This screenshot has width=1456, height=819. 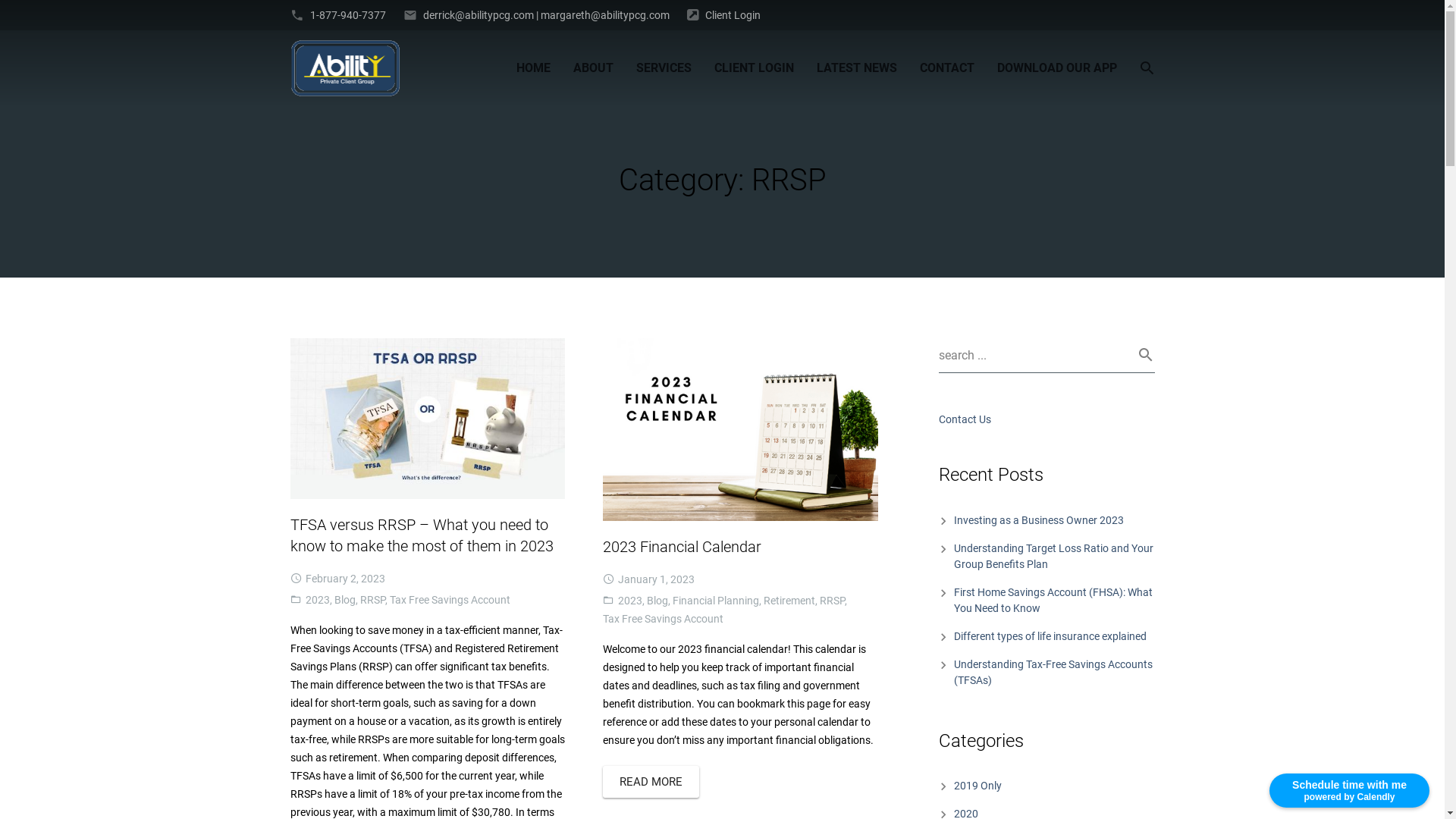 What do you see at coordinates (651, 781) in the screenshot?
I see `'READ MORE'` at bounding box center [651, 781].